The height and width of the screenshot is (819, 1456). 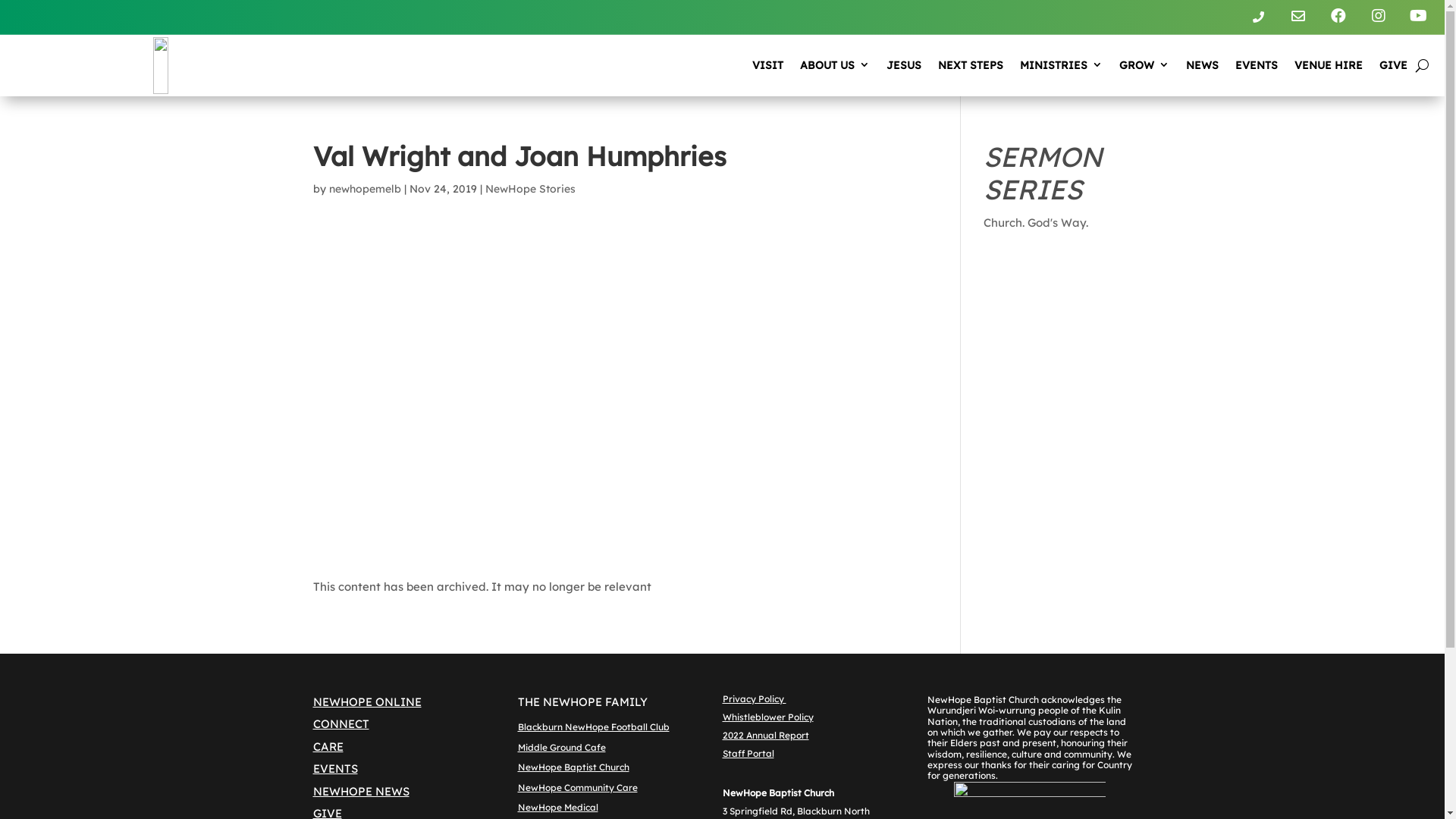 I want to click on 'NewHope Community Care', so click(x=576, y=786).